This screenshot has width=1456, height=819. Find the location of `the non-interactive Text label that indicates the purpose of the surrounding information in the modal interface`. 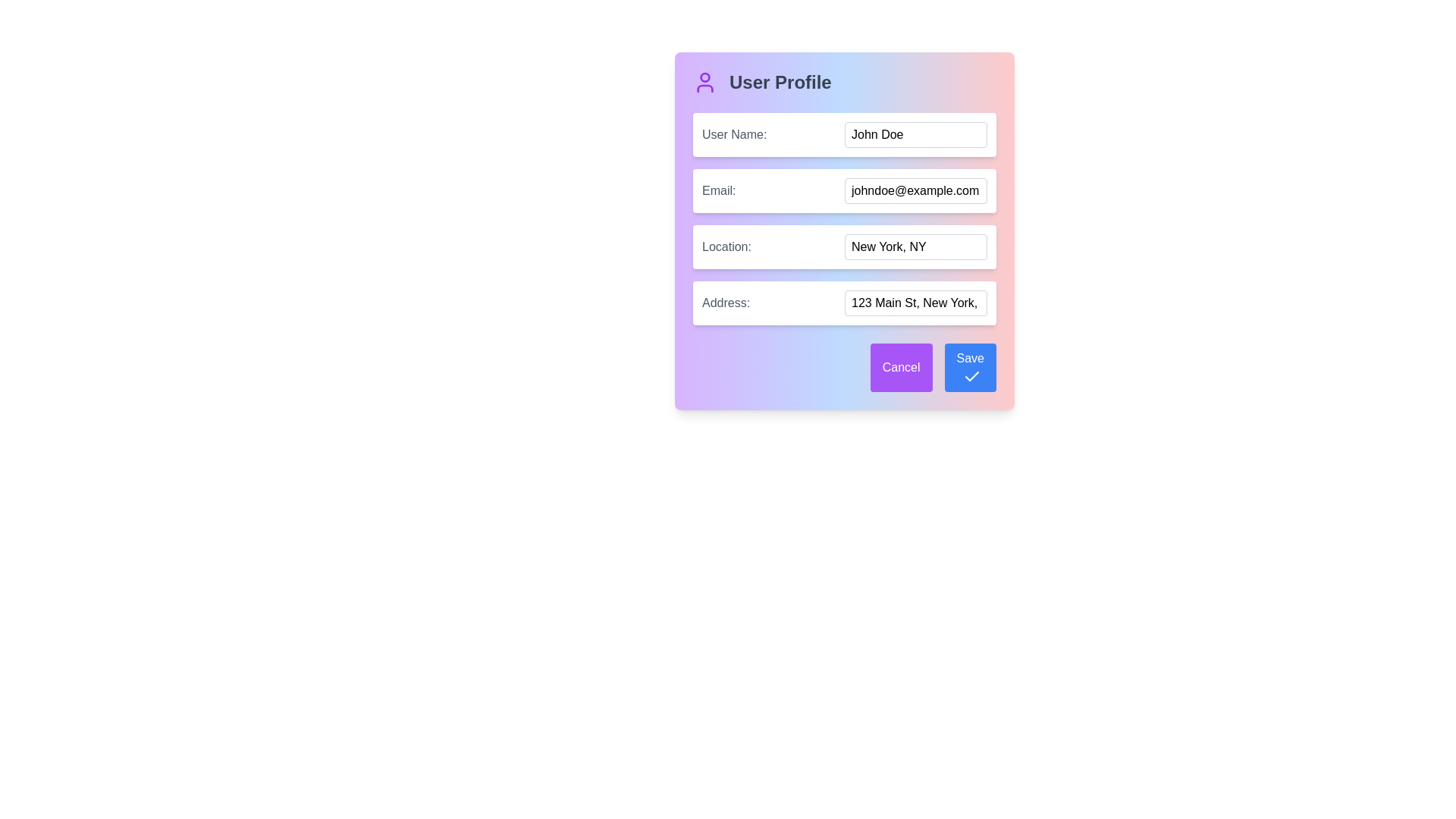

the non-interactive Text label that indicates the purpose of the surrounding information in the modal interface is located at coordinates (780, 82).